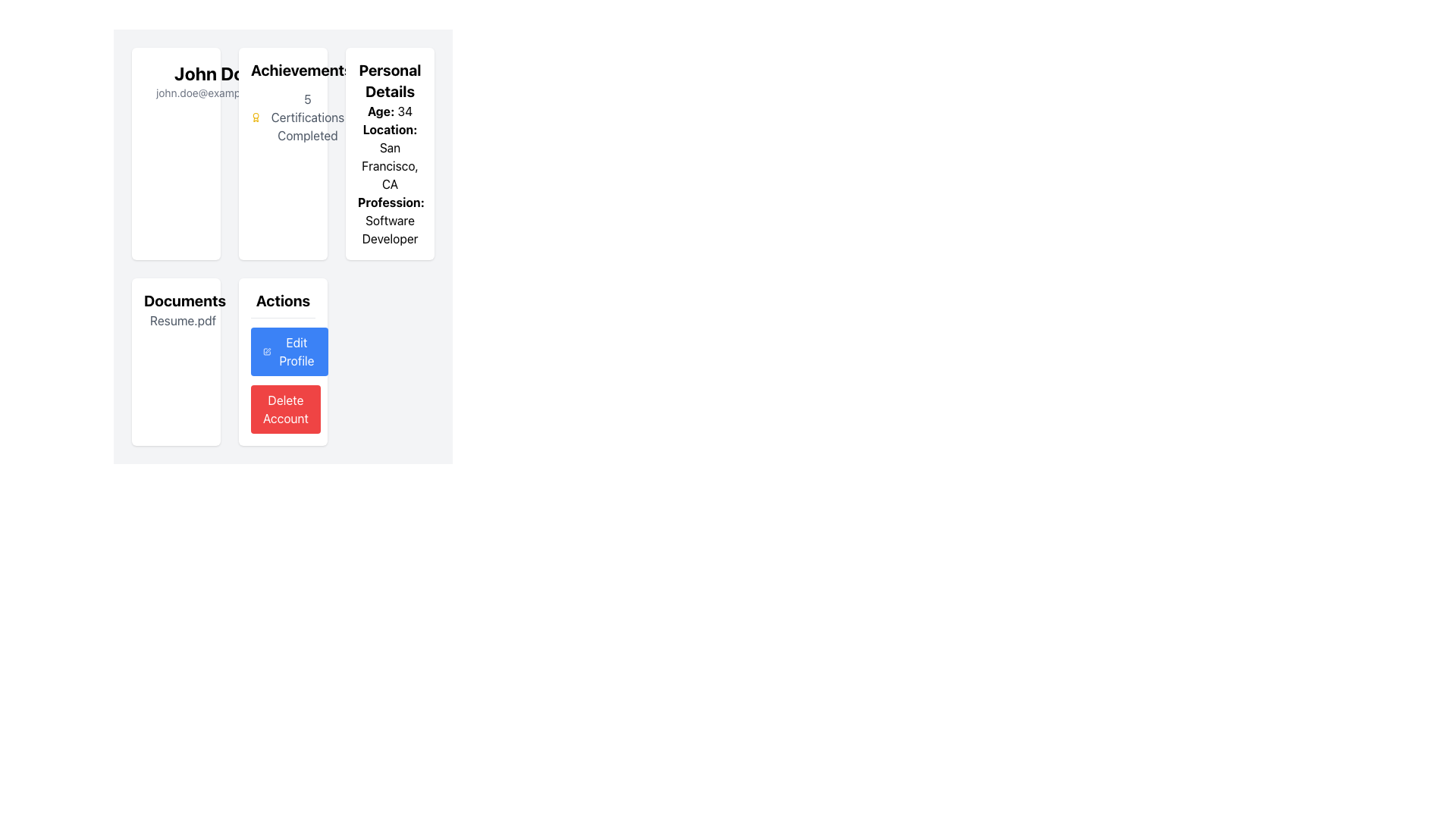 This screenshot has width=1456, height=819. I want to click on text content of the user identity display located in the top left cell of the layout, which shows the user's name and email, so click(214, 81).